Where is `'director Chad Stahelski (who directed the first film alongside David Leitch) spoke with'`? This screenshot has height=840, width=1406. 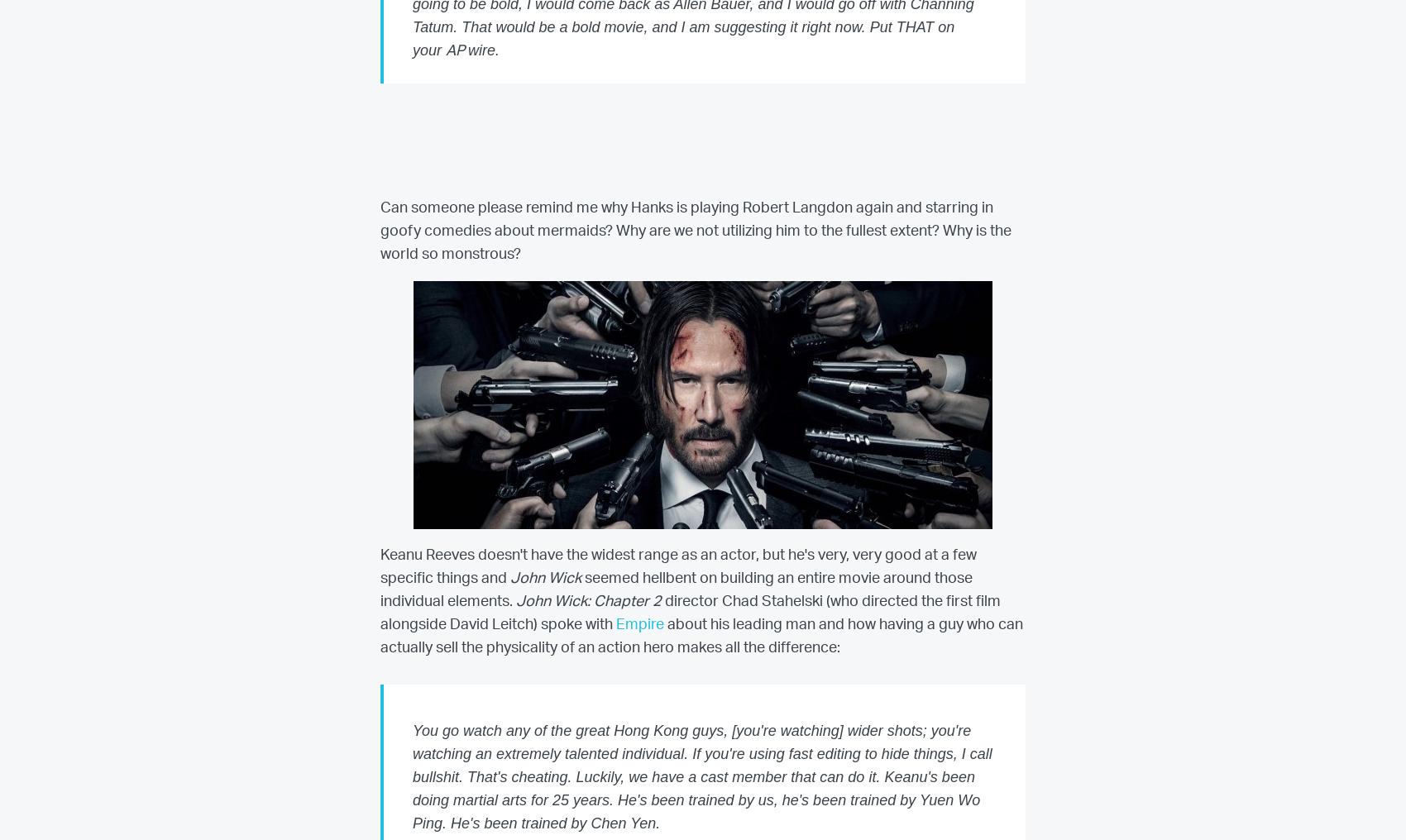
'director Chad Stahelski (who directed the first film alongside David Leitch) spoke with' is located at coordinates (690, 613).